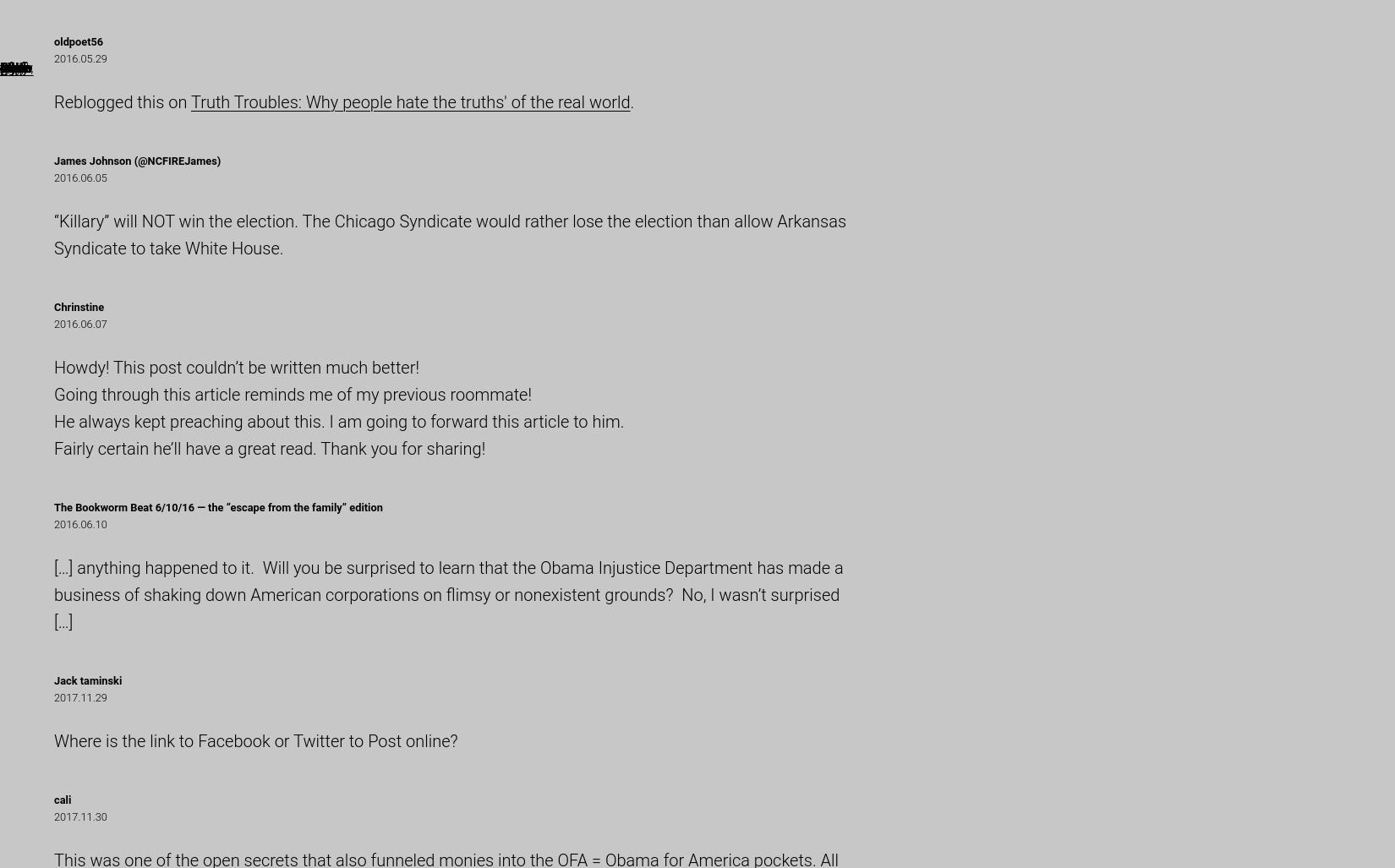 The width and height of the screenshot is (1395, 868). I want to click on '“Killary” will NOT win the election. The Chicago Syndicate would rather lose the election than allow Arkansas Syndicate to take White House.', so click(449, 233).